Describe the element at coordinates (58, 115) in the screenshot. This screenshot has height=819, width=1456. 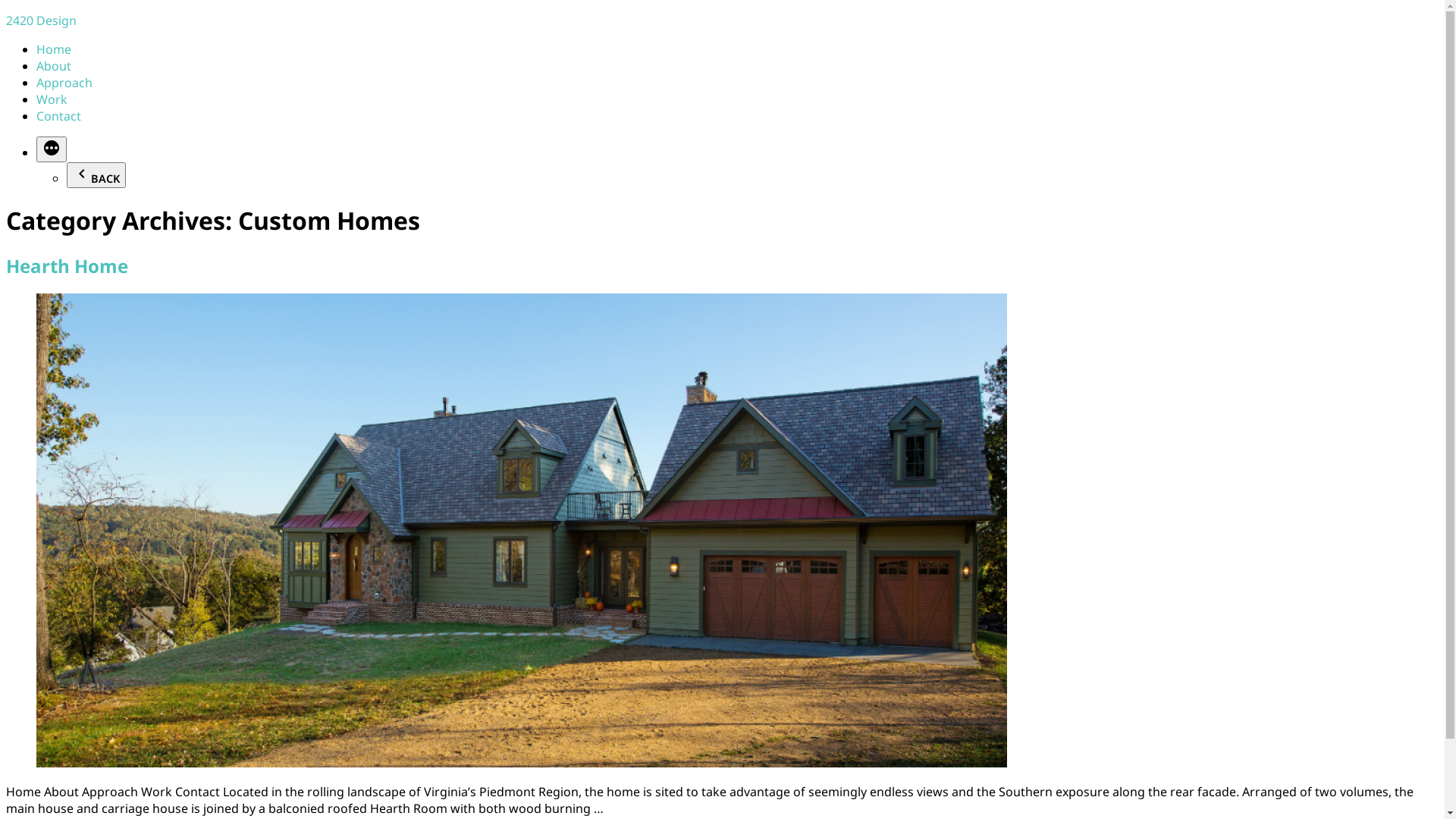
I see `'Contact'` at that location.